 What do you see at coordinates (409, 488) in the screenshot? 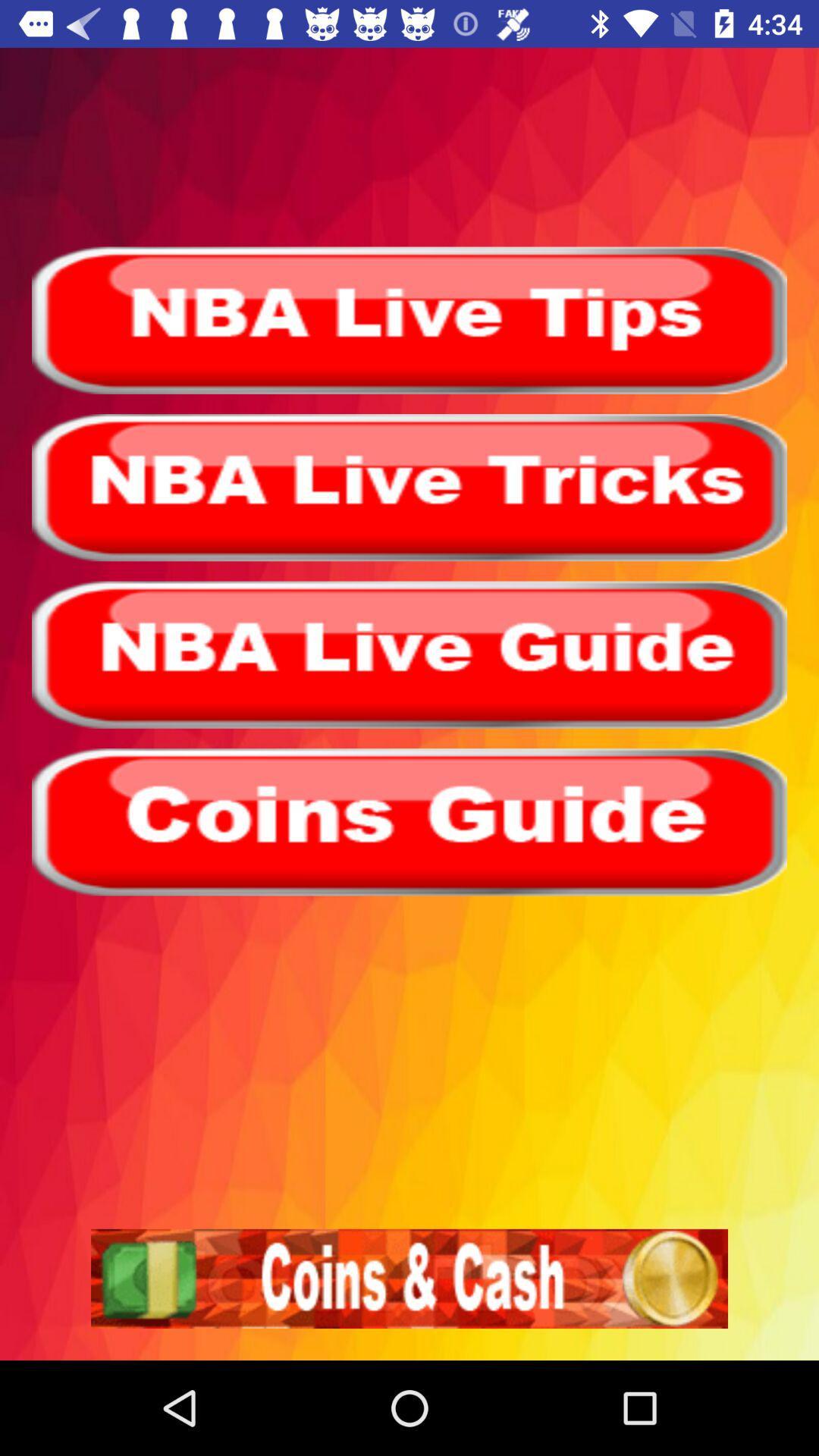
I see `click for nba live tricks` at bounding box center [409, 488].